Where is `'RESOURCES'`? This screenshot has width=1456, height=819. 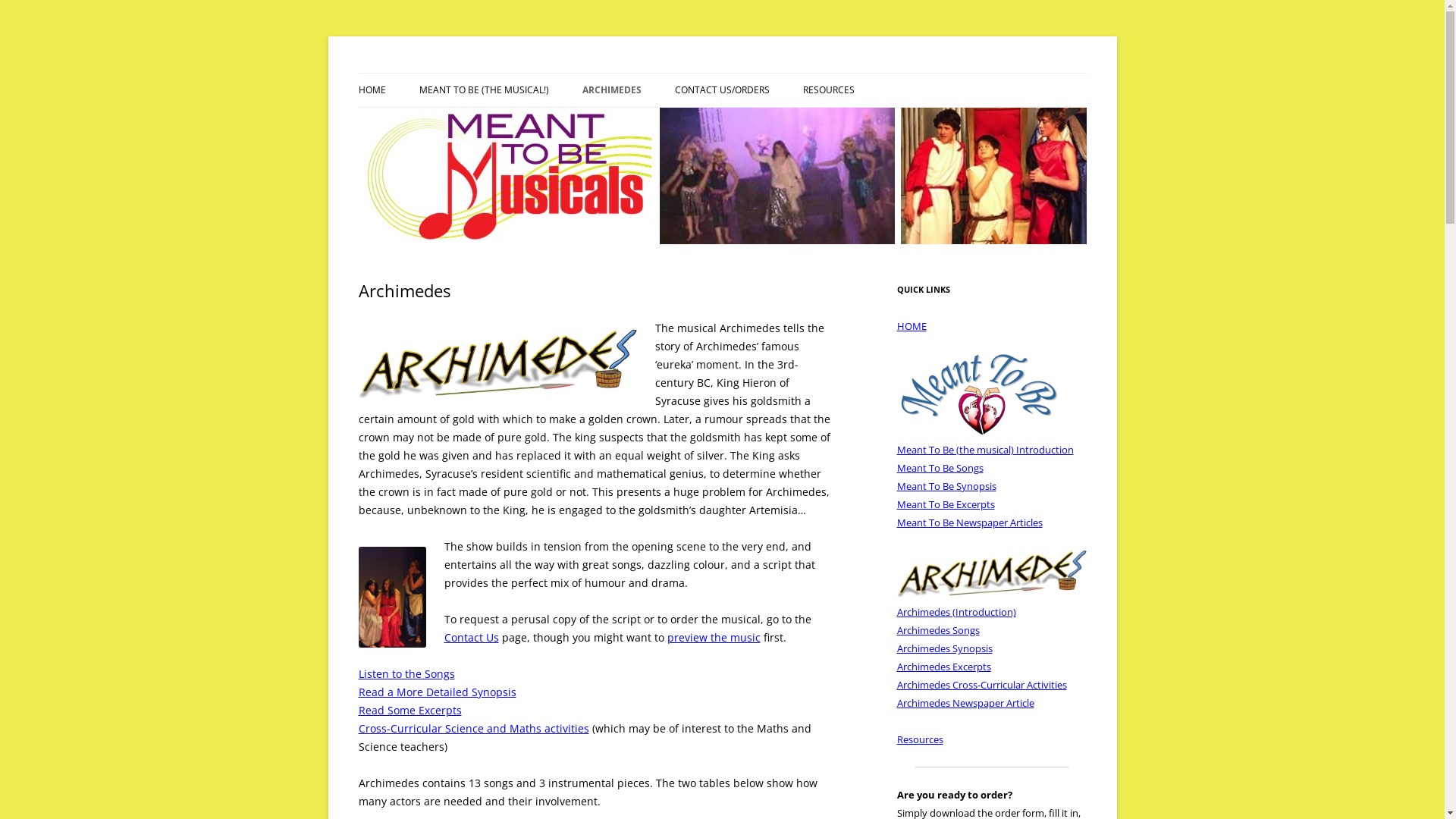 'RESOURCES' is located at coordinates (827, 90).